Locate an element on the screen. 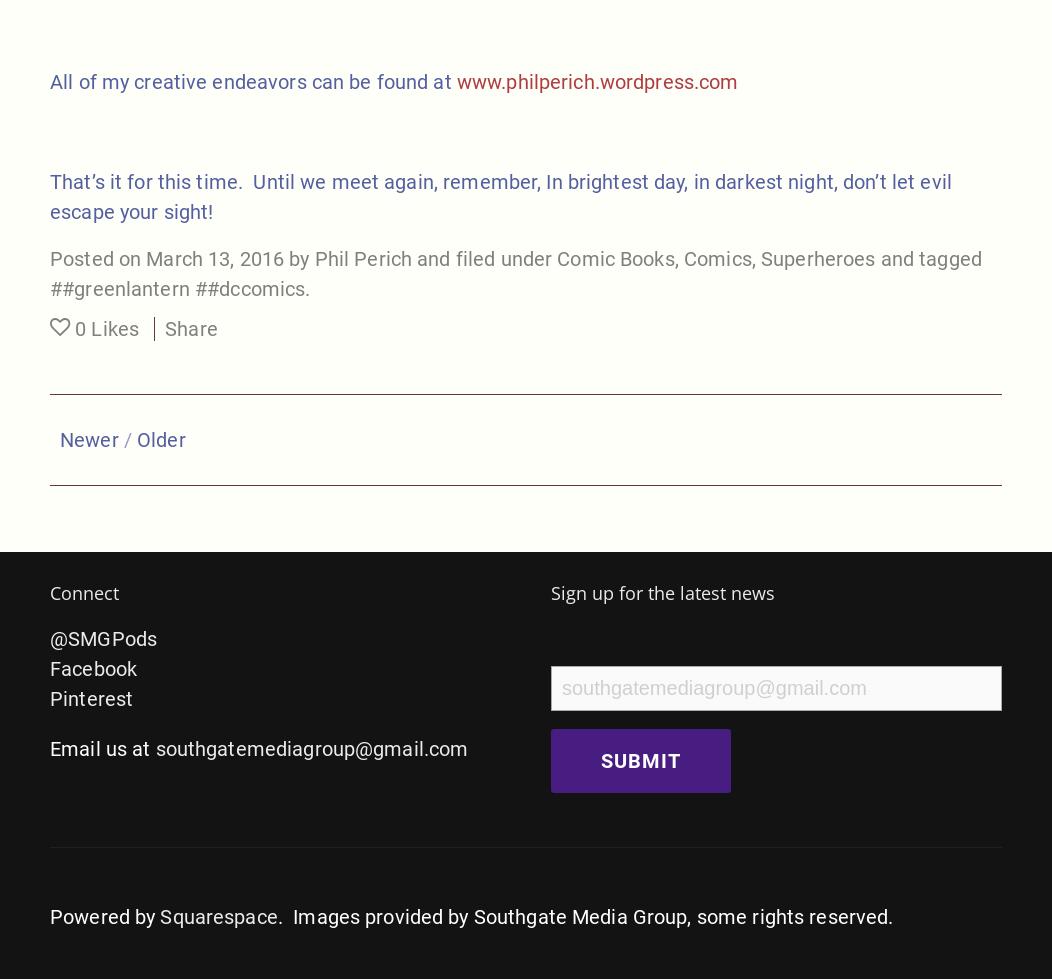 The width and height of the screenshot is (1052, 979). 'All of my creative endeavors can be found at' is located at coordinates (252, 80).